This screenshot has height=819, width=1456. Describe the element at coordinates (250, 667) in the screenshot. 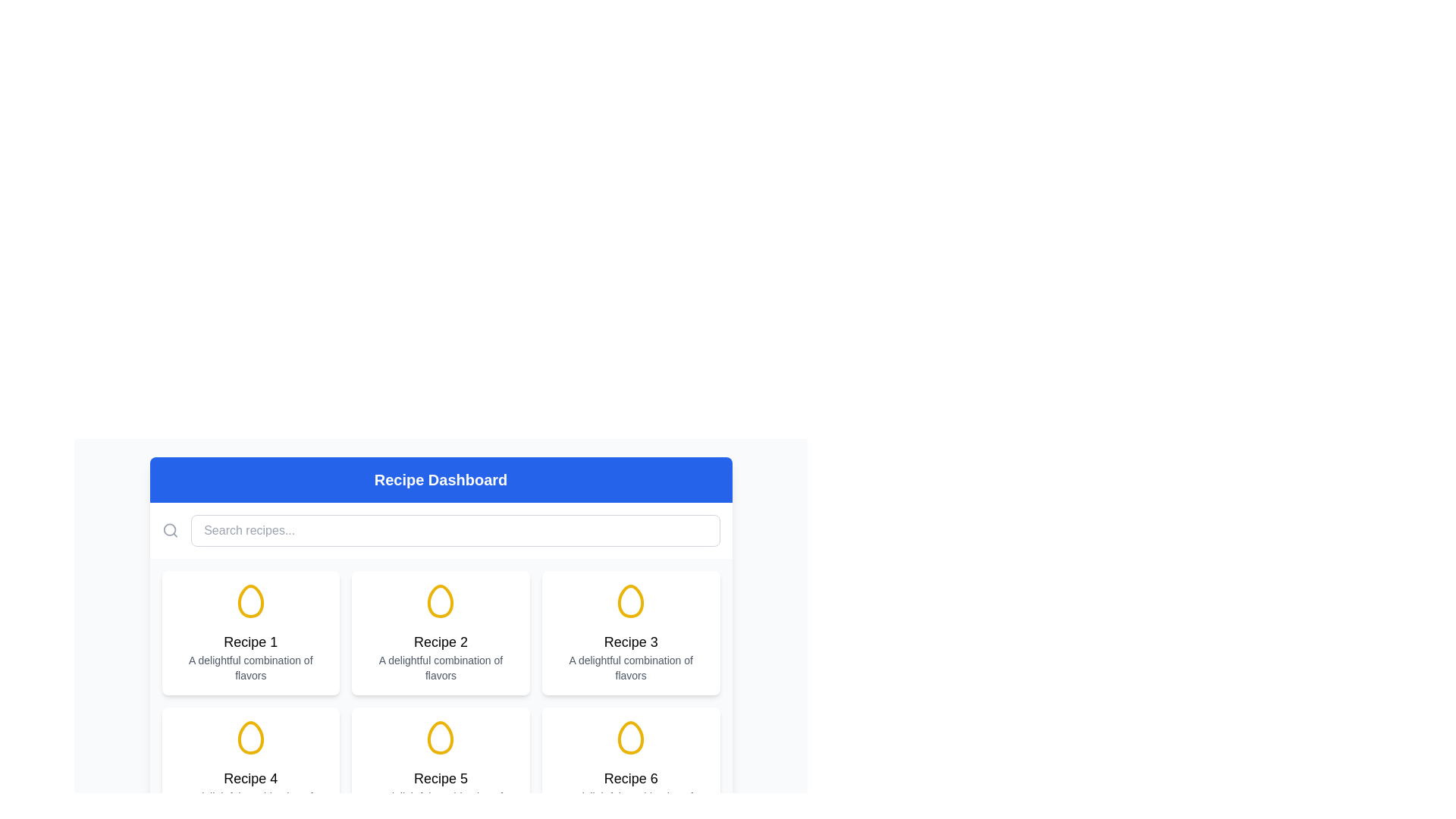

I see `the text label displaying 'A delightful combination of flavors', which is centered below 'Recipe 1' in a small gray font` at that location.